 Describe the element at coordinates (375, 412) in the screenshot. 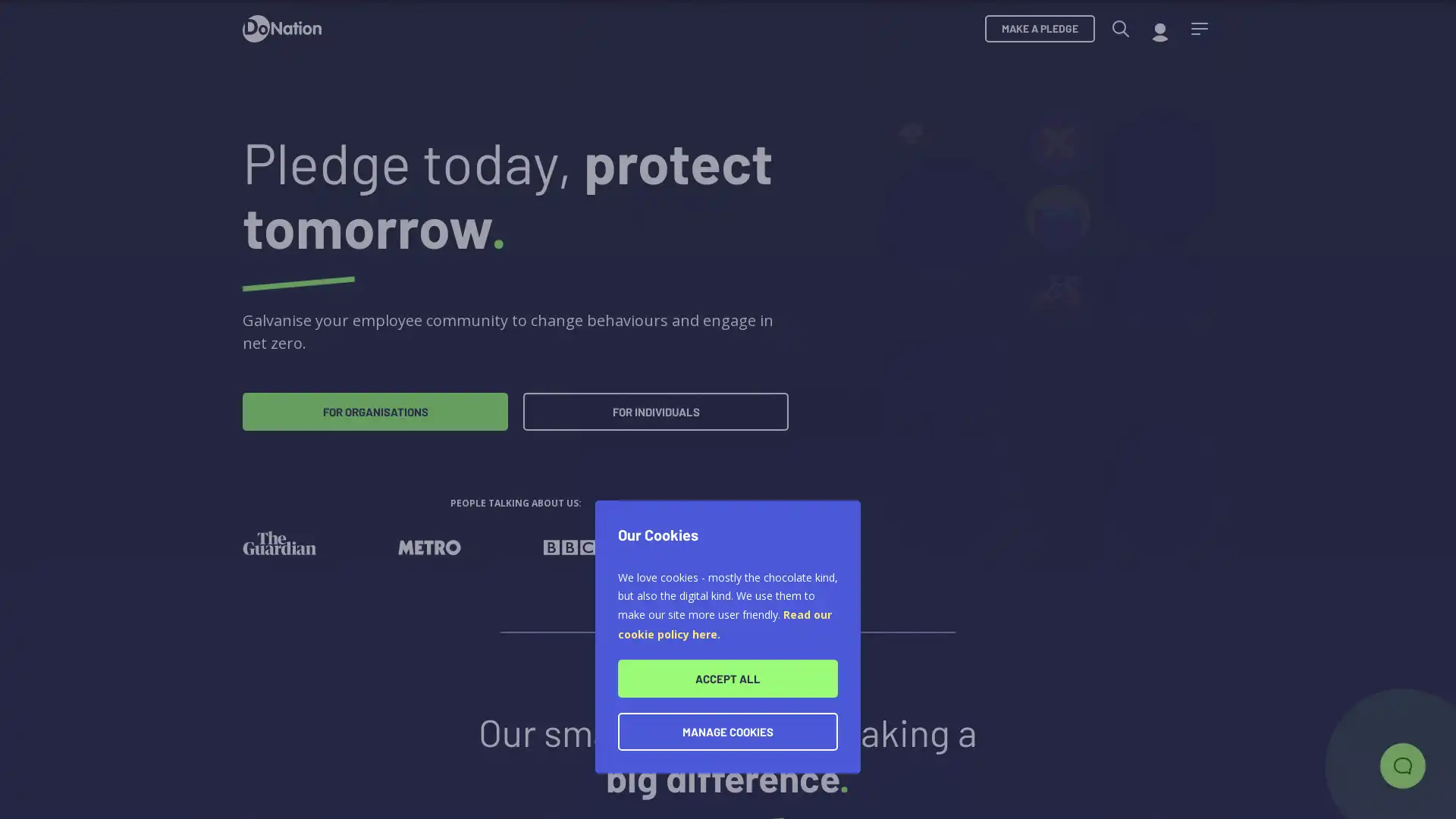

I see `FOR ORGANISATIONS` at that location.